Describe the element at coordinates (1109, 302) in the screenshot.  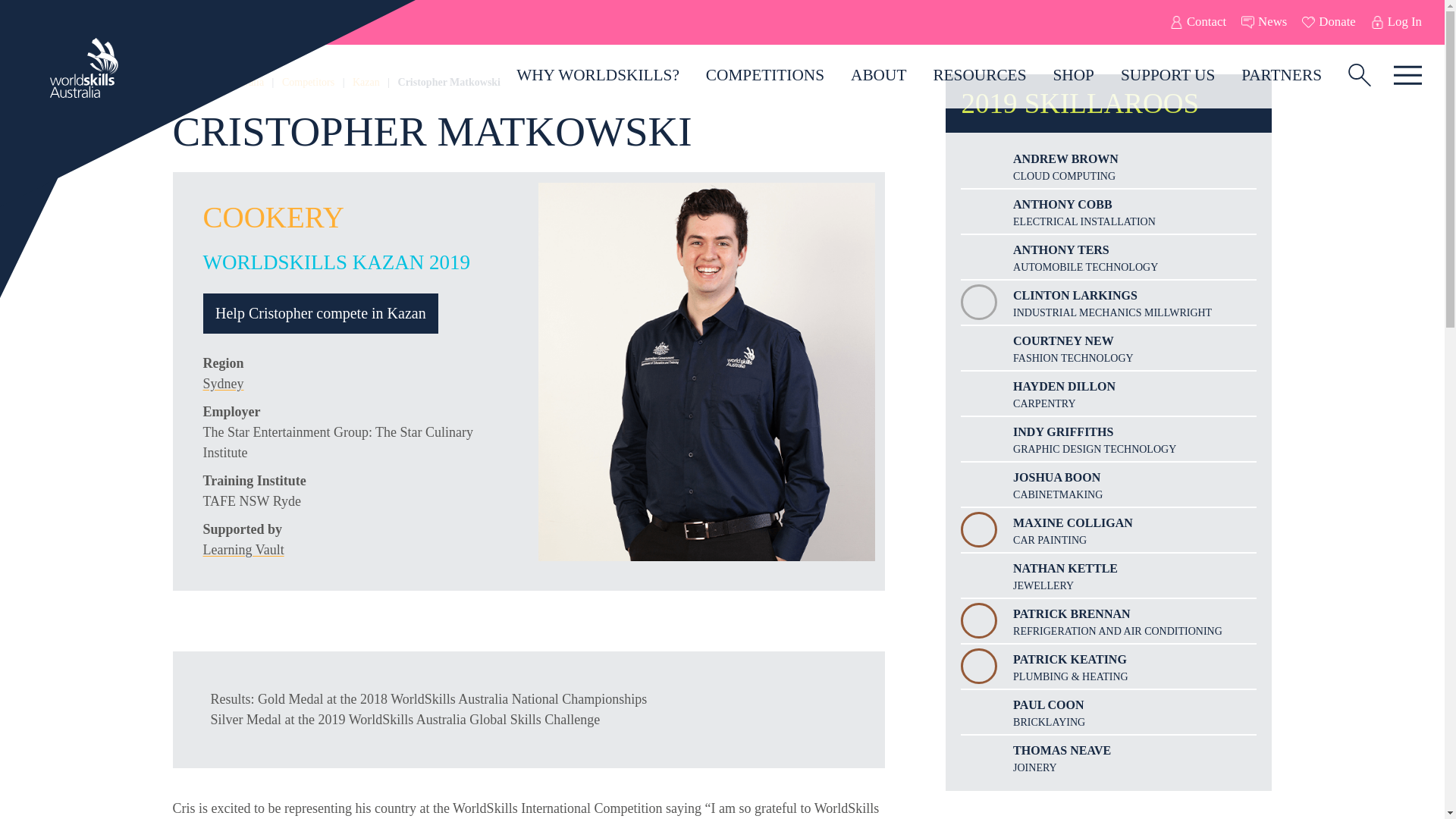
I see `'CLINTON LARKINGS` at that location.